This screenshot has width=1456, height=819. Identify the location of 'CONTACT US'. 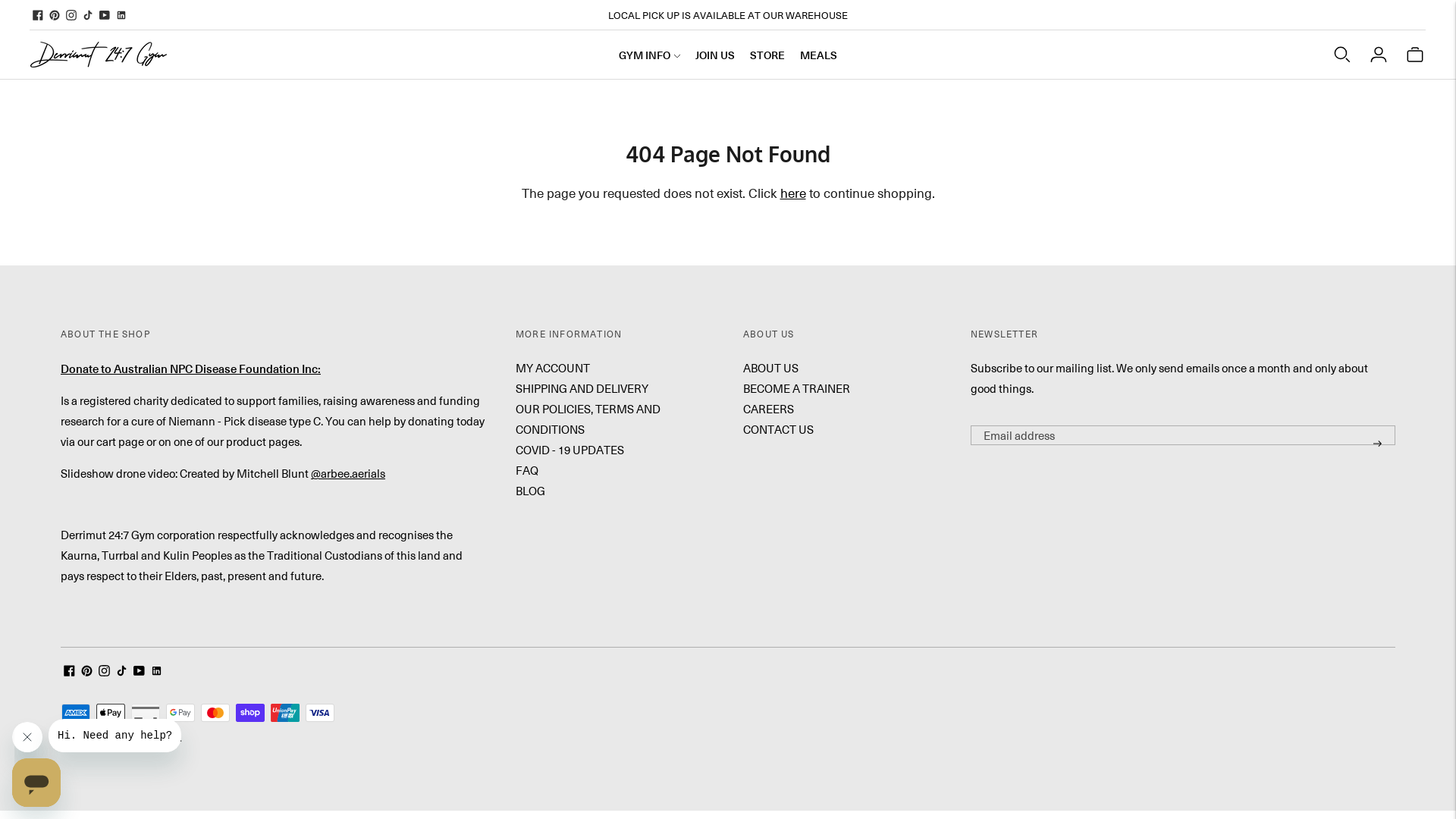
(778, 429).